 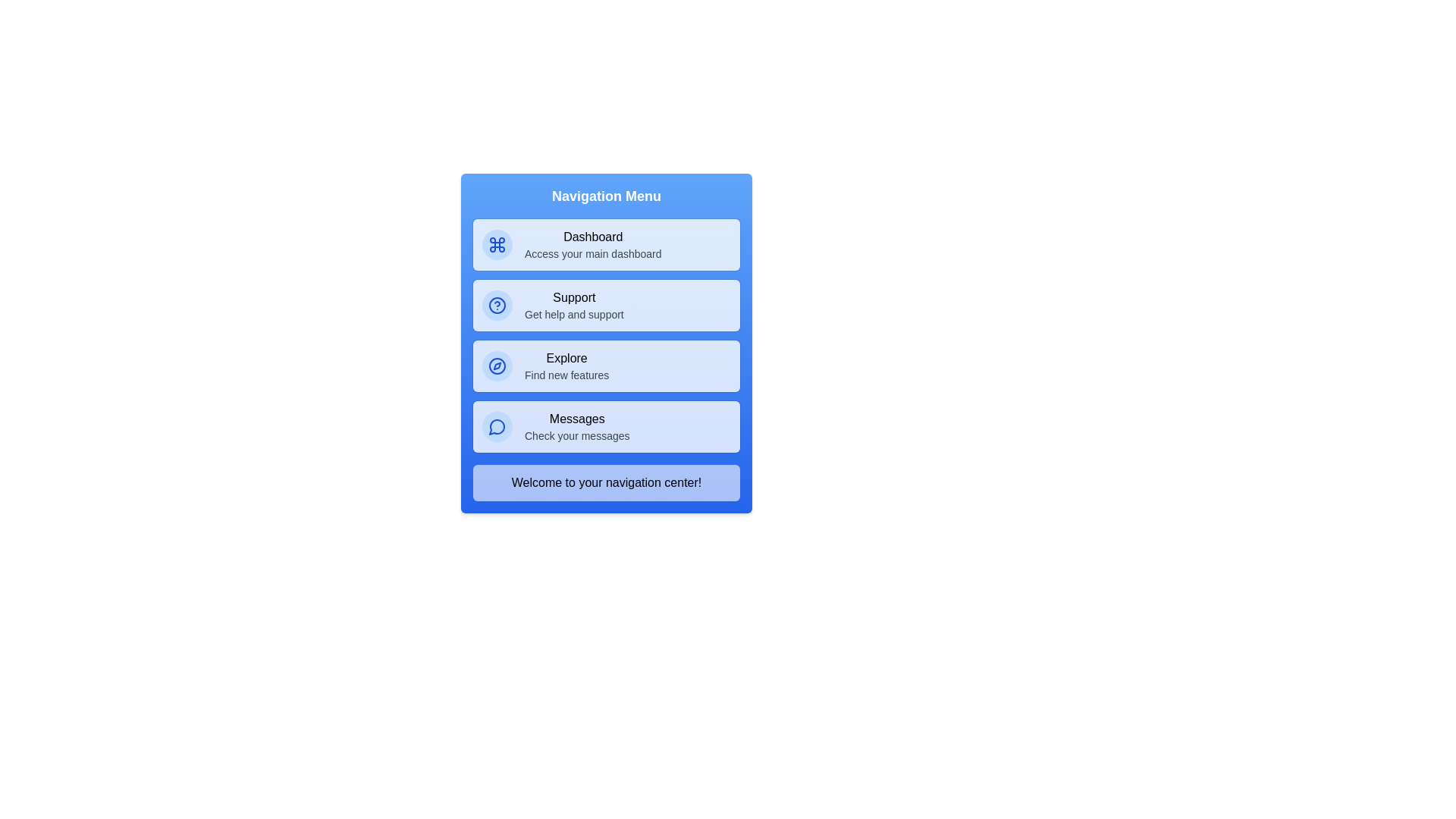 What do you see at coordinates (607, 427) in the screenshot?
I see `the menu item corresponding to Messages` at bounding box center [607, 427].